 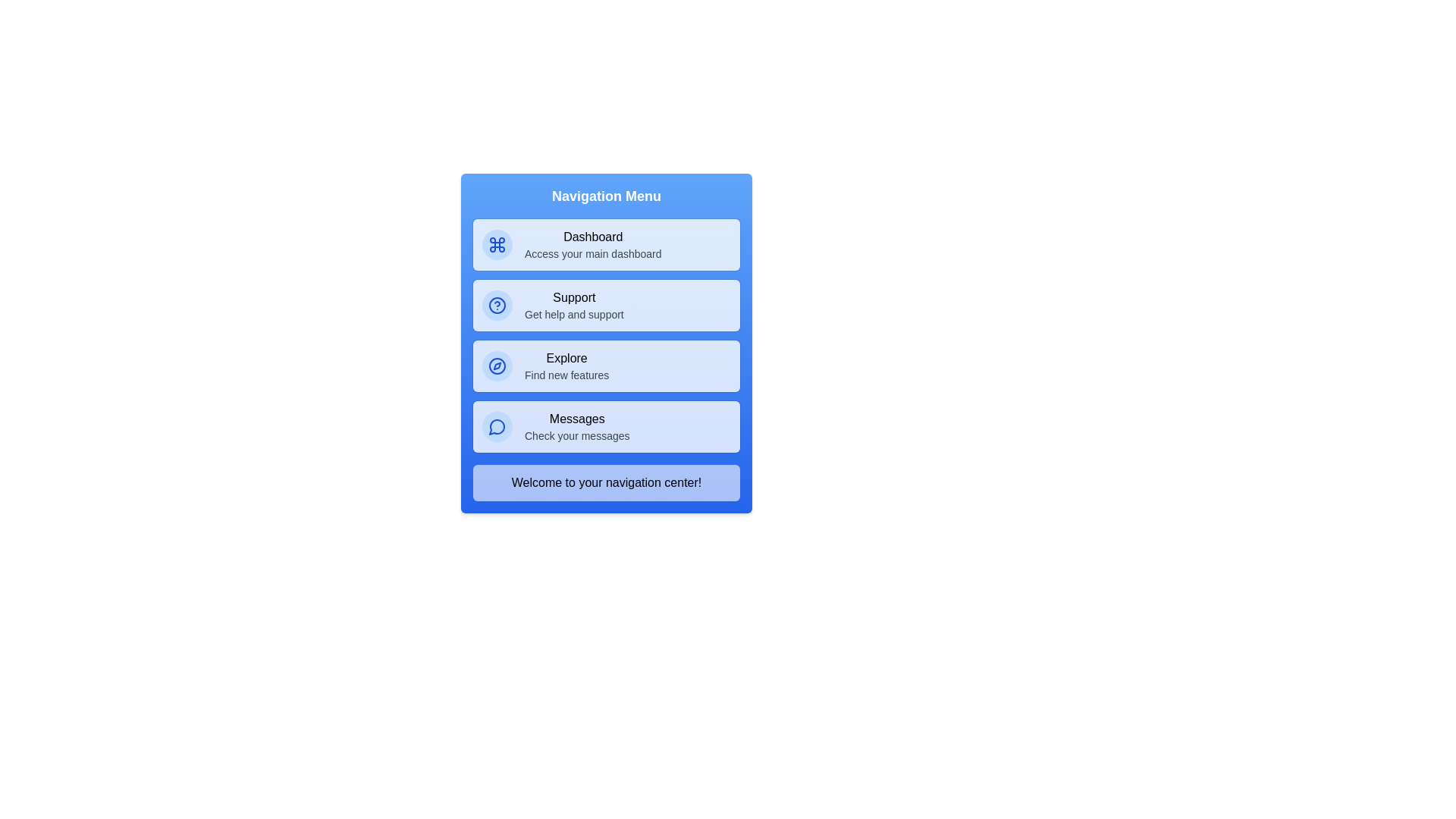 What do you see at coordinates (607, 427) in the screenshot?
I see `the menu item corresponding to Messages` at bounding box center [607, 427].